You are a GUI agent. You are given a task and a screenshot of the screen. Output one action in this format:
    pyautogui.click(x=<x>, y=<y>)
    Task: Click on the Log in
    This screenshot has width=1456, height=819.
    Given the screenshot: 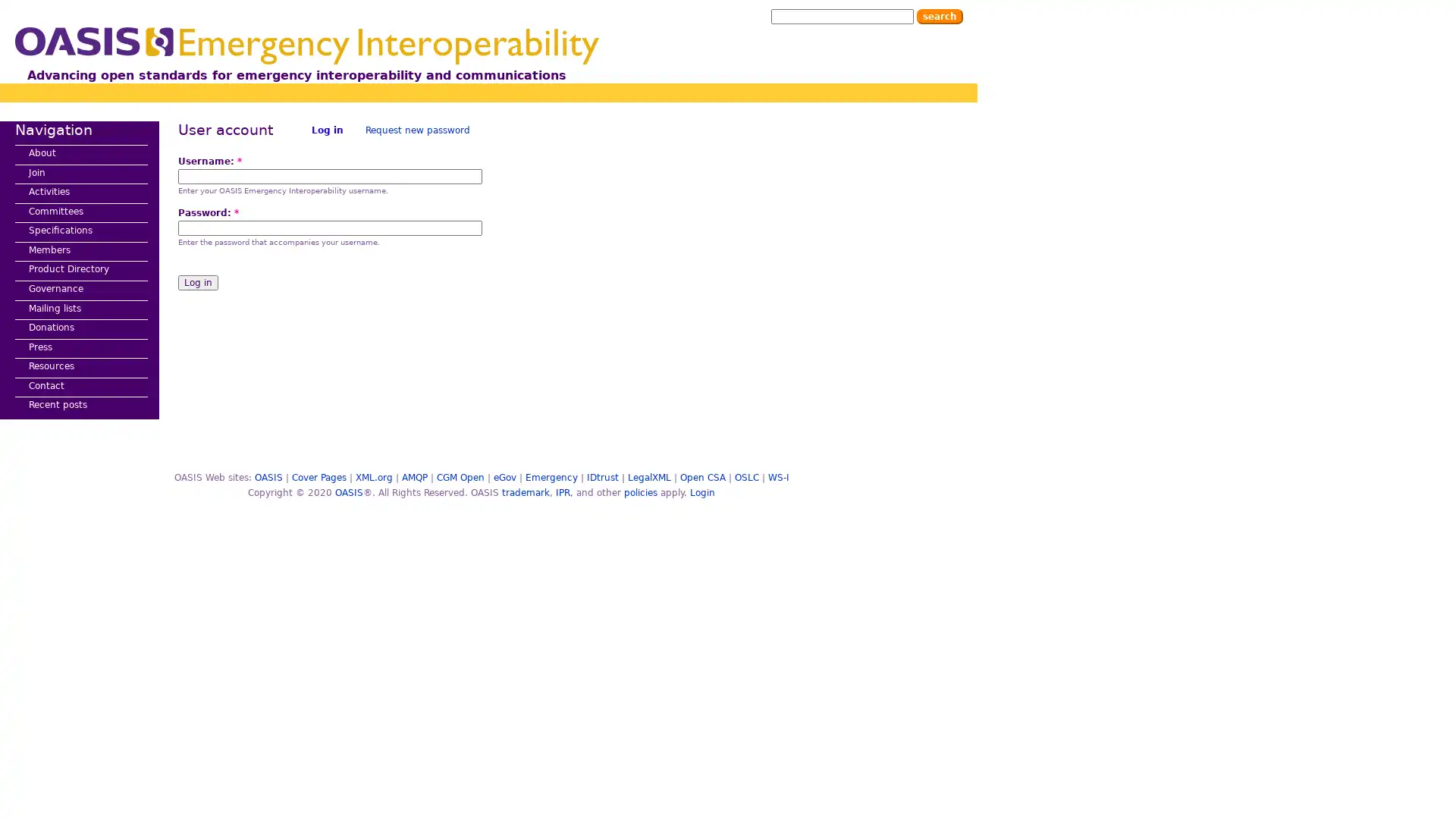 What is the action you would take?
    pyautogui.click(x=197, y=283)
    